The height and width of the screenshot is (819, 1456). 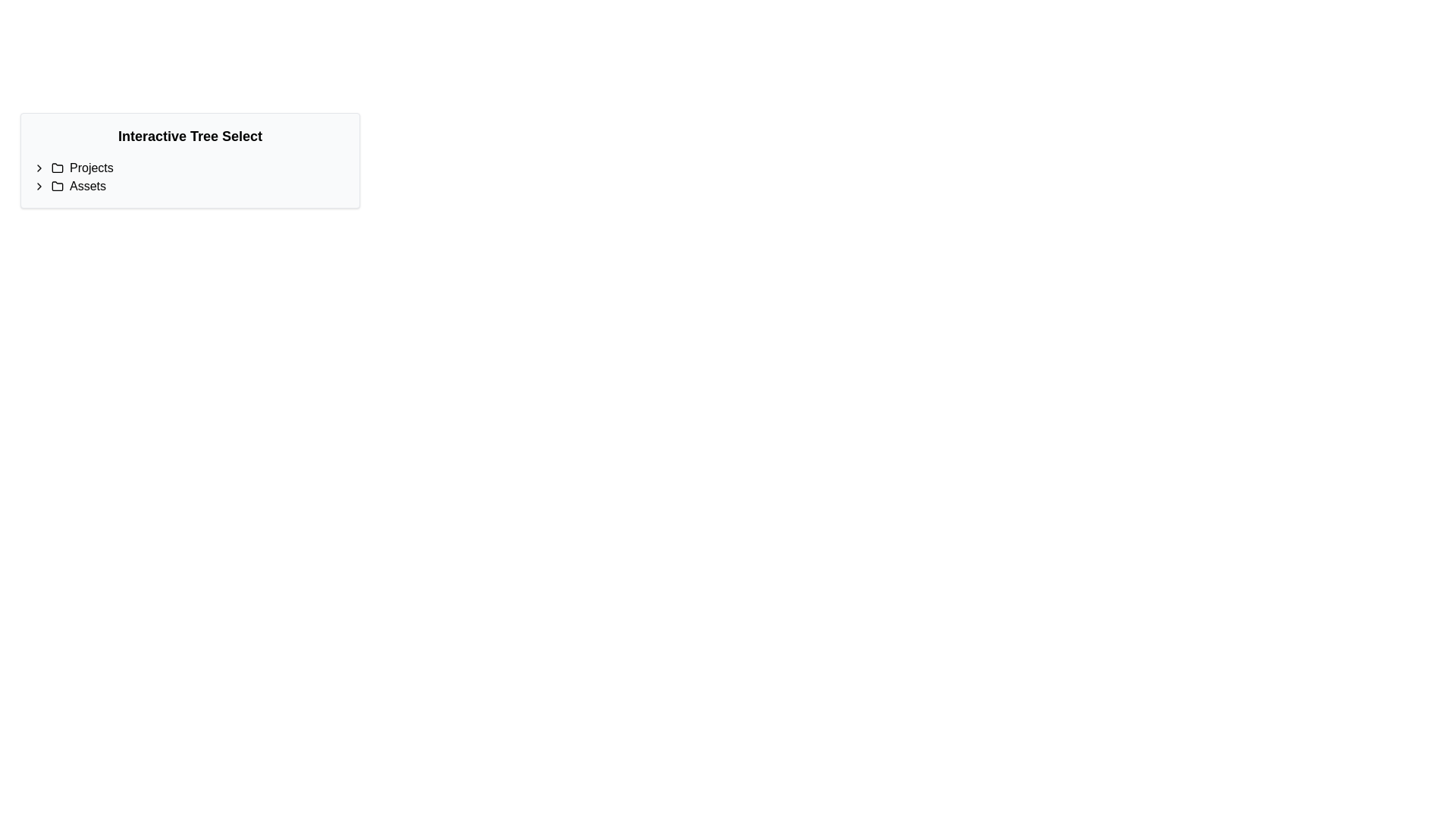 I want to click on the small folder icon located left of the word 'Projects' in the 'Interactive Tree Select' section, so click(x=58, y=168).